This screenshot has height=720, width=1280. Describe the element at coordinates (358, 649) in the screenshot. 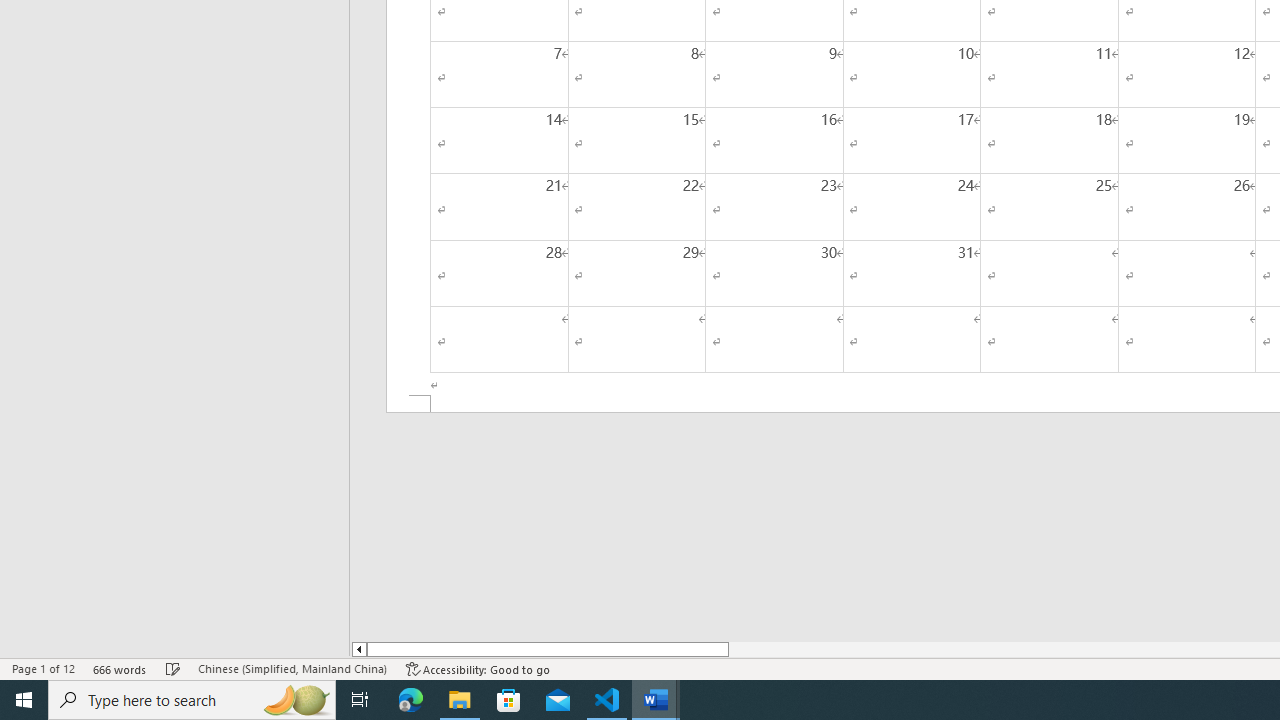

I see `'Column left'` at that location.